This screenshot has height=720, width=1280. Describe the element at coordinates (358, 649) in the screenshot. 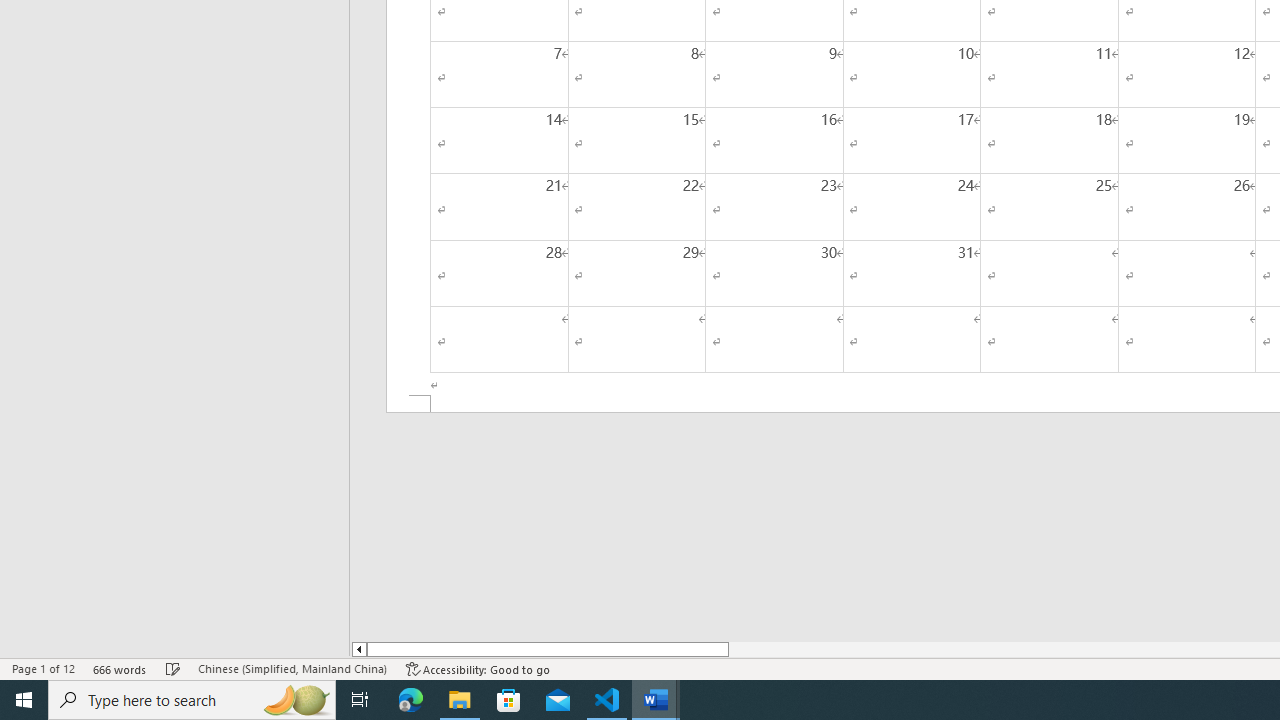

I see `'Column left'` at that location.